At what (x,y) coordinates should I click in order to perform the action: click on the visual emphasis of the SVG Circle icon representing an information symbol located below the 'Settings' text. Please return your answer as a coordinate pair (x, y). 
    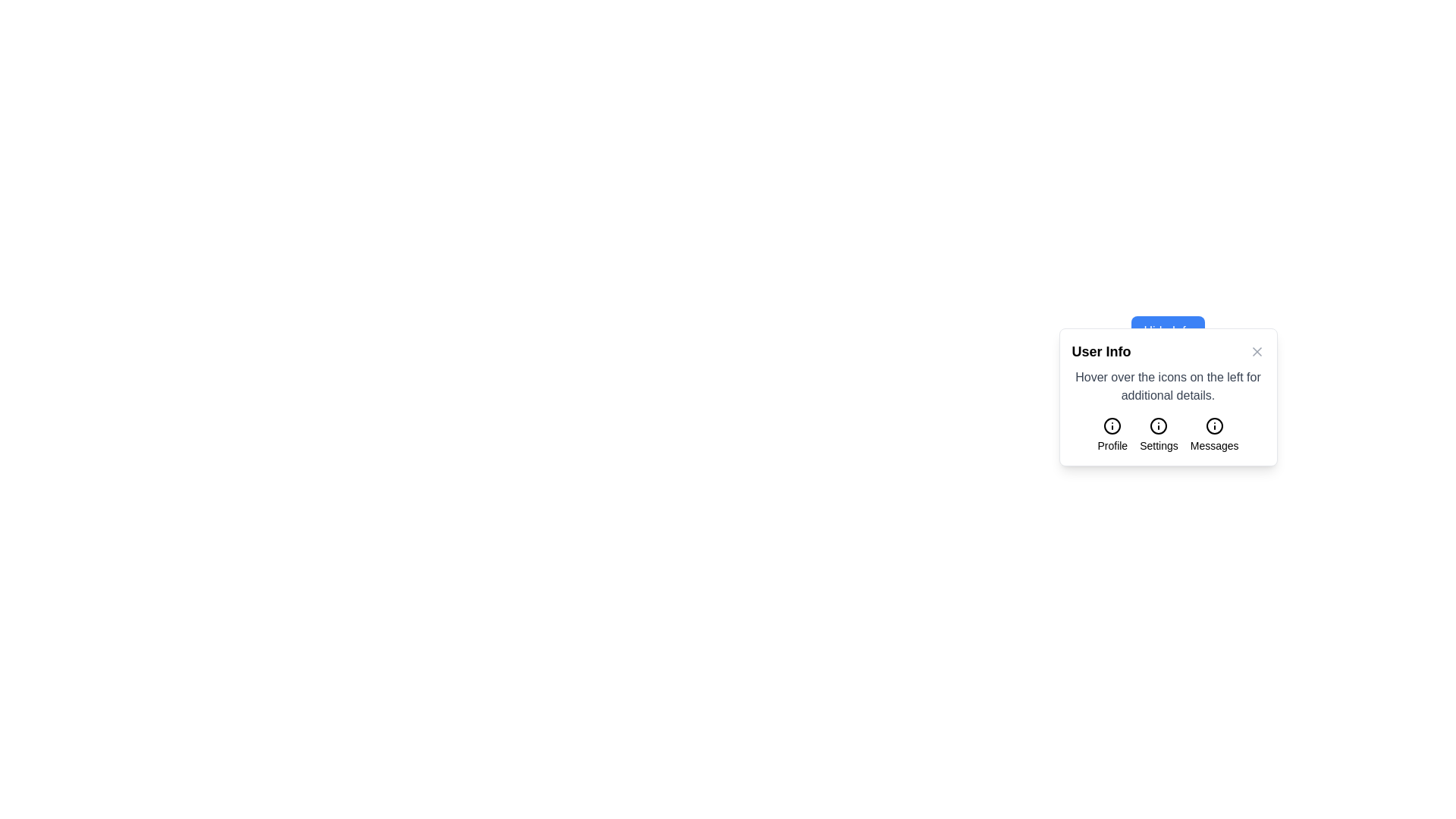
    Looking at the image, I should click on (1158, 426).